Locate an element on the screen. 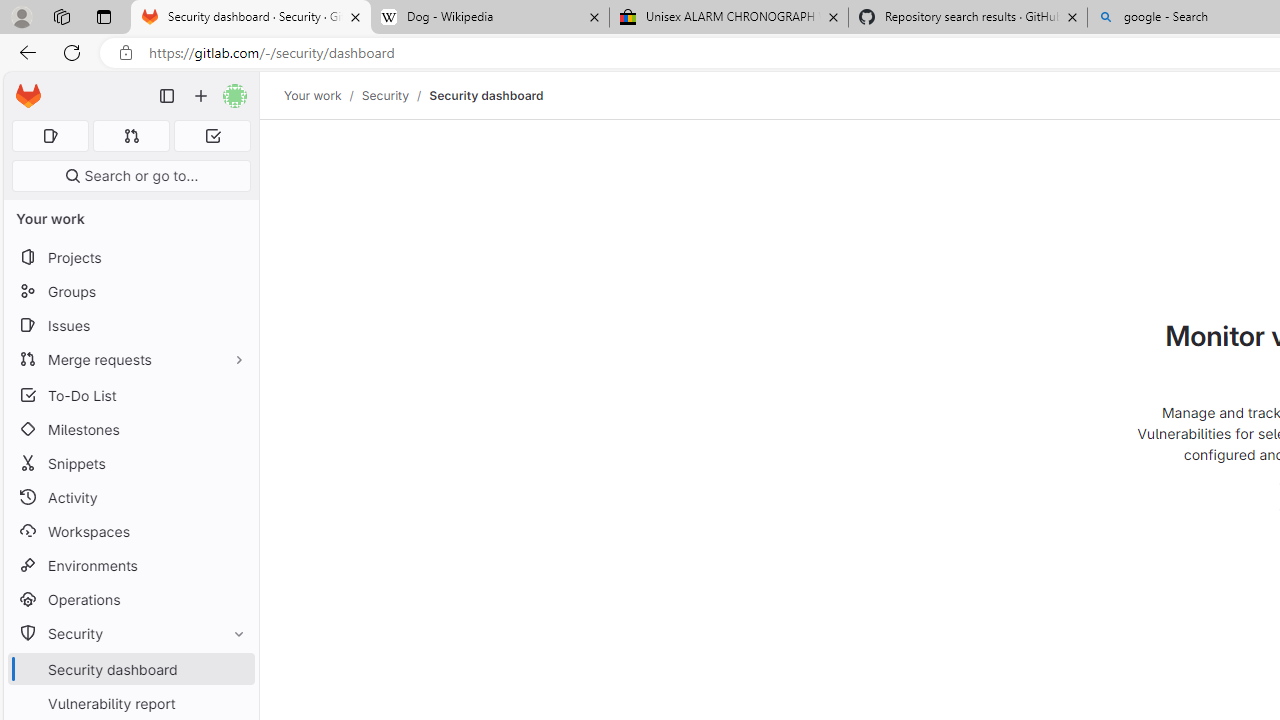  'Homepage' is located at coordinates (28, 96).